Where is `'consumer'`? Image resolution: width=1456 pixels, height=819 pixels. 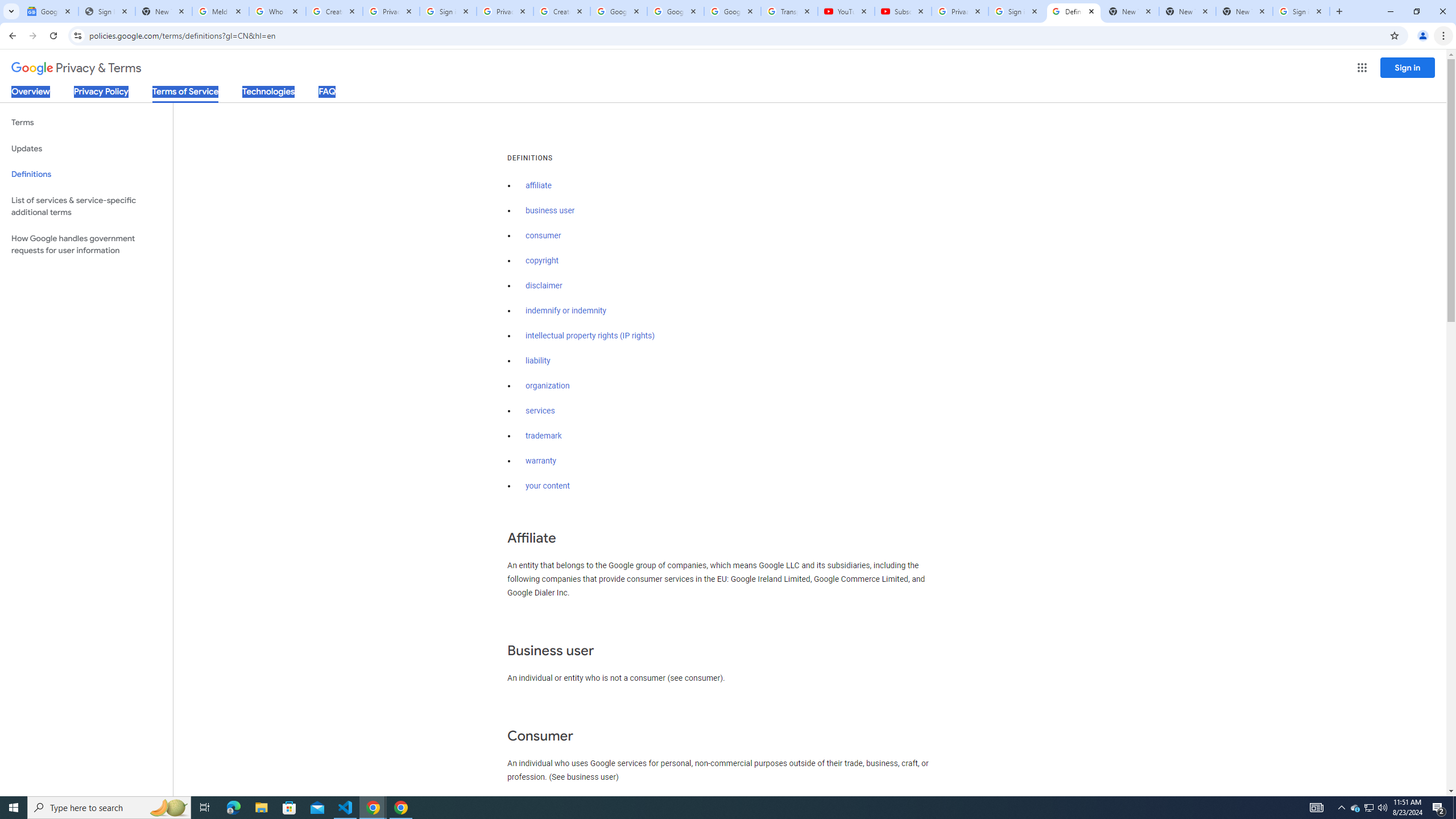
'consumer' is located at coordinates (543, 235).